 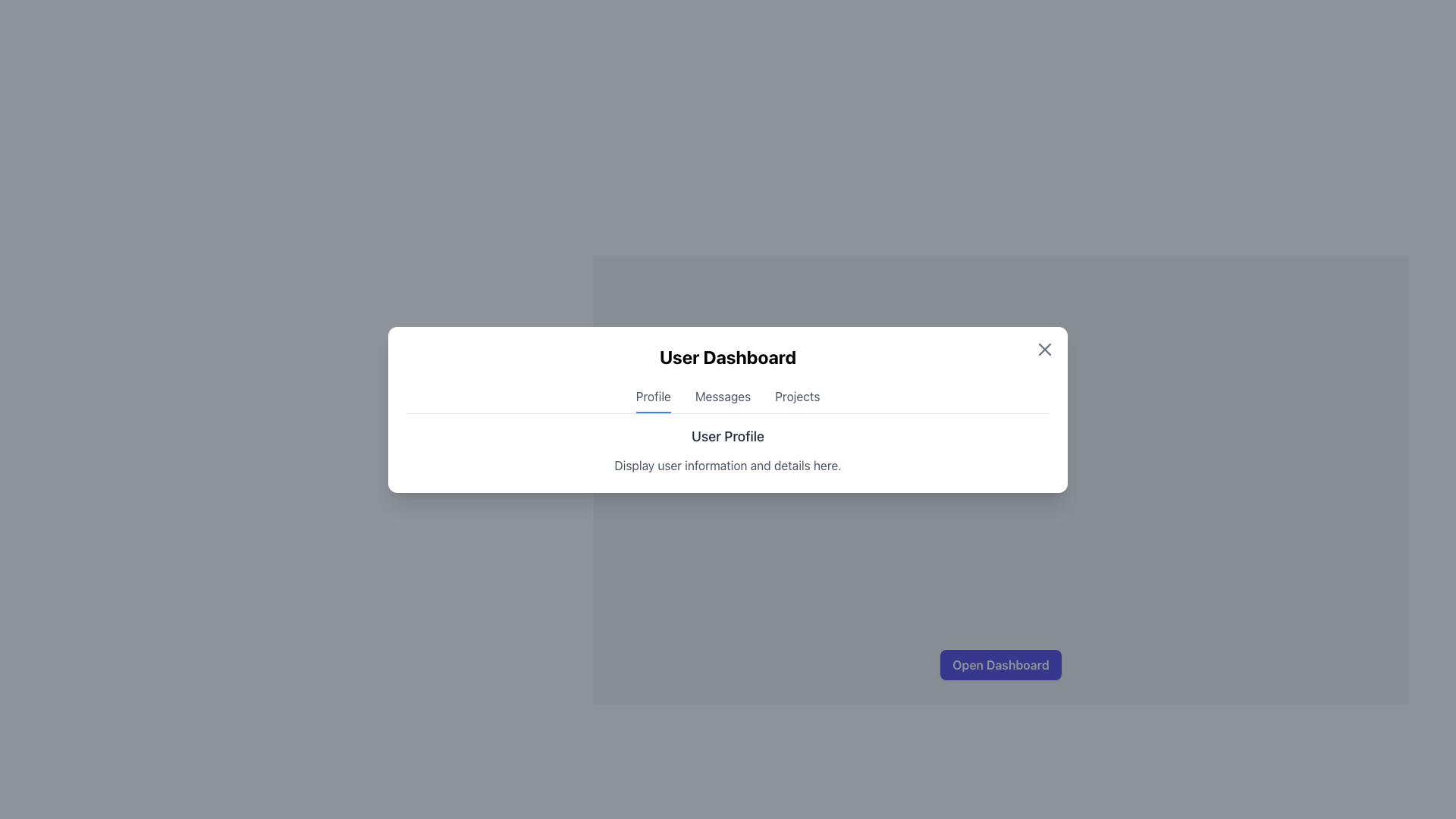 What do you see at coordinates (728, 464) in the screenshot?
I see `the text element displaying 'Display user information and details here.' located below the 'User Profile' text in the 'User Dashboard' modal` at bounding box center [728, 464].